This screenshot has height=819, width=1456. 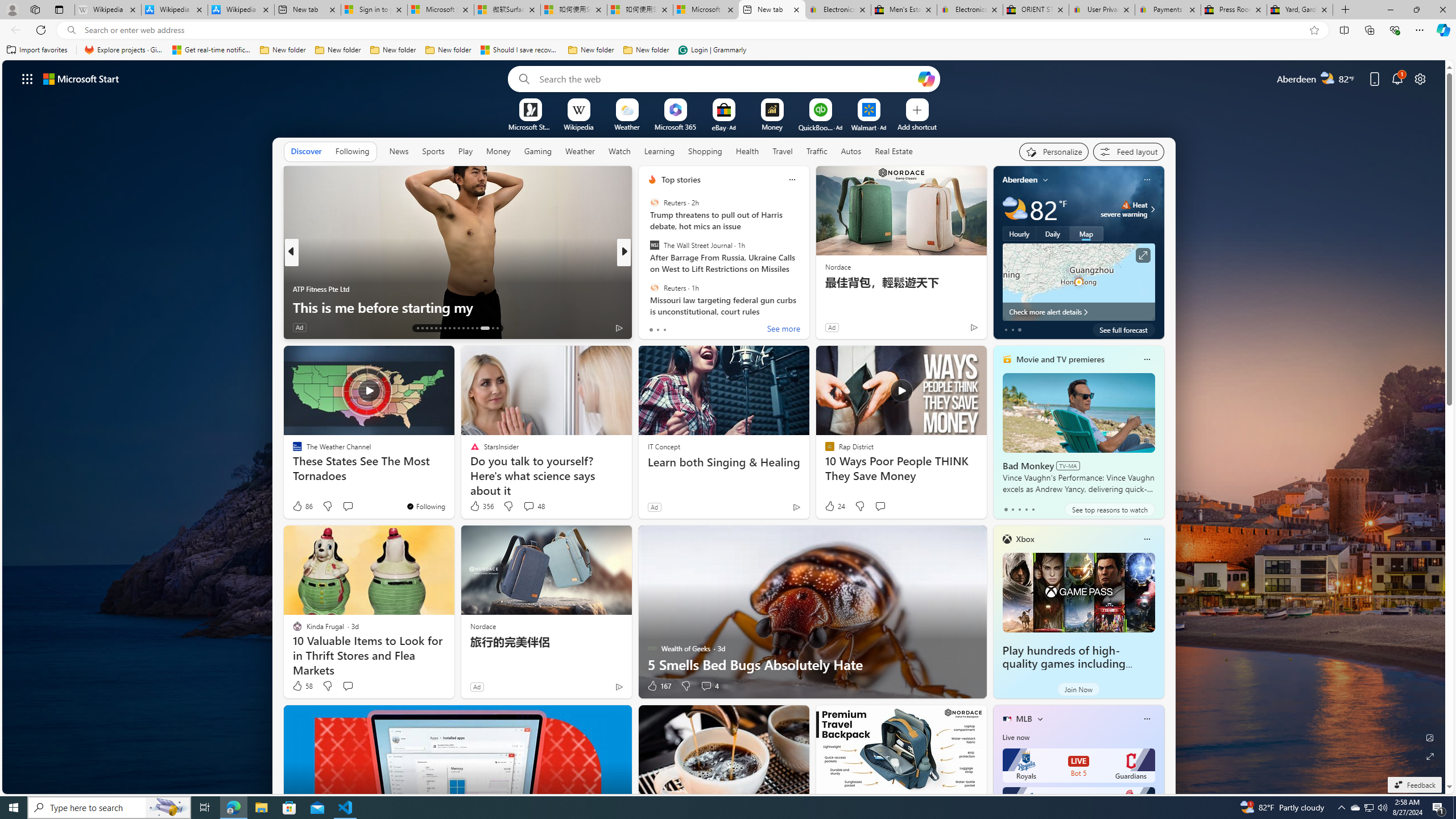 What do you see at coordinates (1420, 78) in the screenshot?
I see `'Page settings'` at bounding box center [1420, 78].